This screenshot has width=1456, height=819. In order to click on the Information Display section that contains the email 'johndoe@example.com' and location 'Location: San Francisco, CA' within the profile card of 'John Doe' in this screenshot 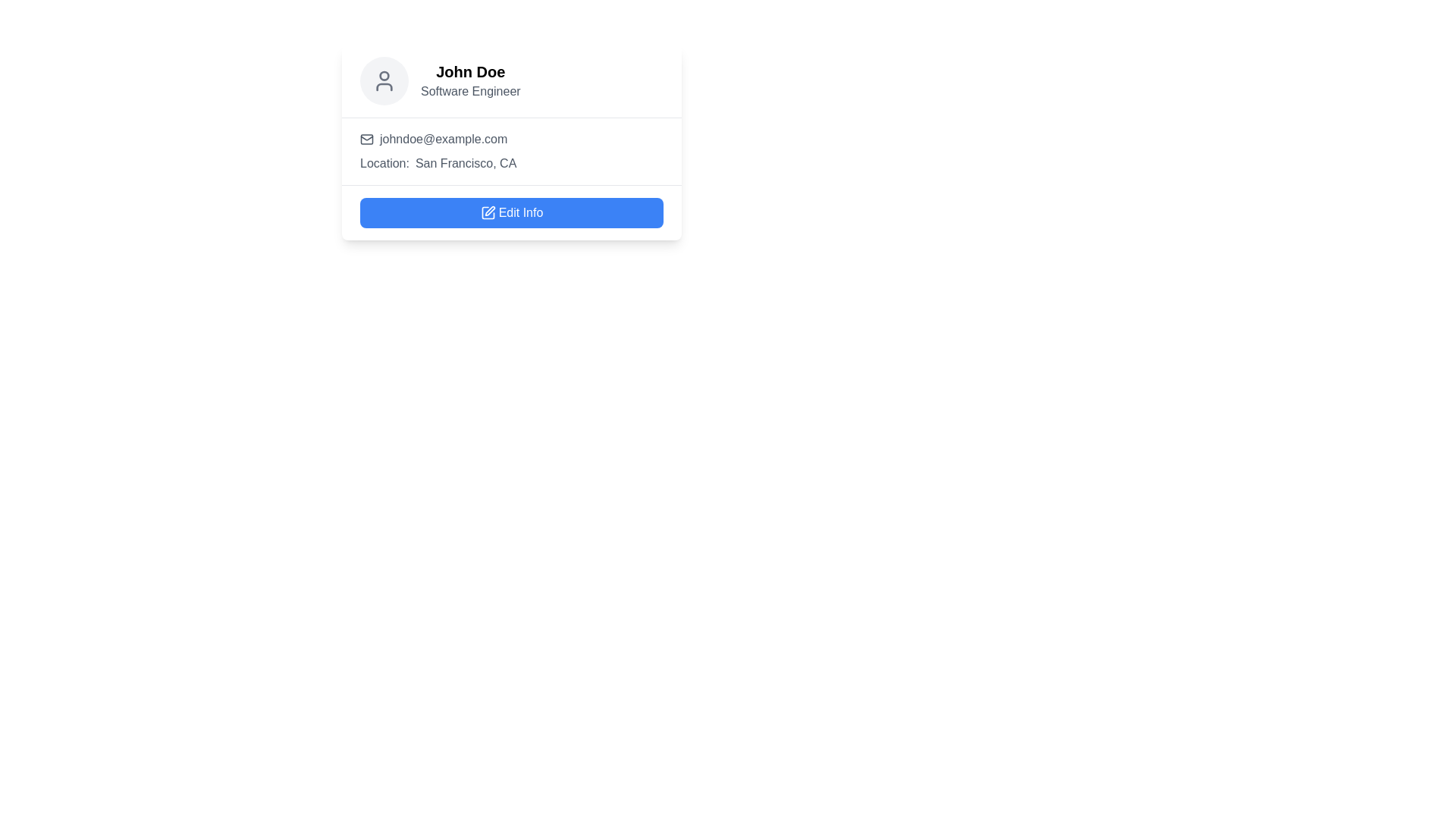, I will do `click(512, 151)`.